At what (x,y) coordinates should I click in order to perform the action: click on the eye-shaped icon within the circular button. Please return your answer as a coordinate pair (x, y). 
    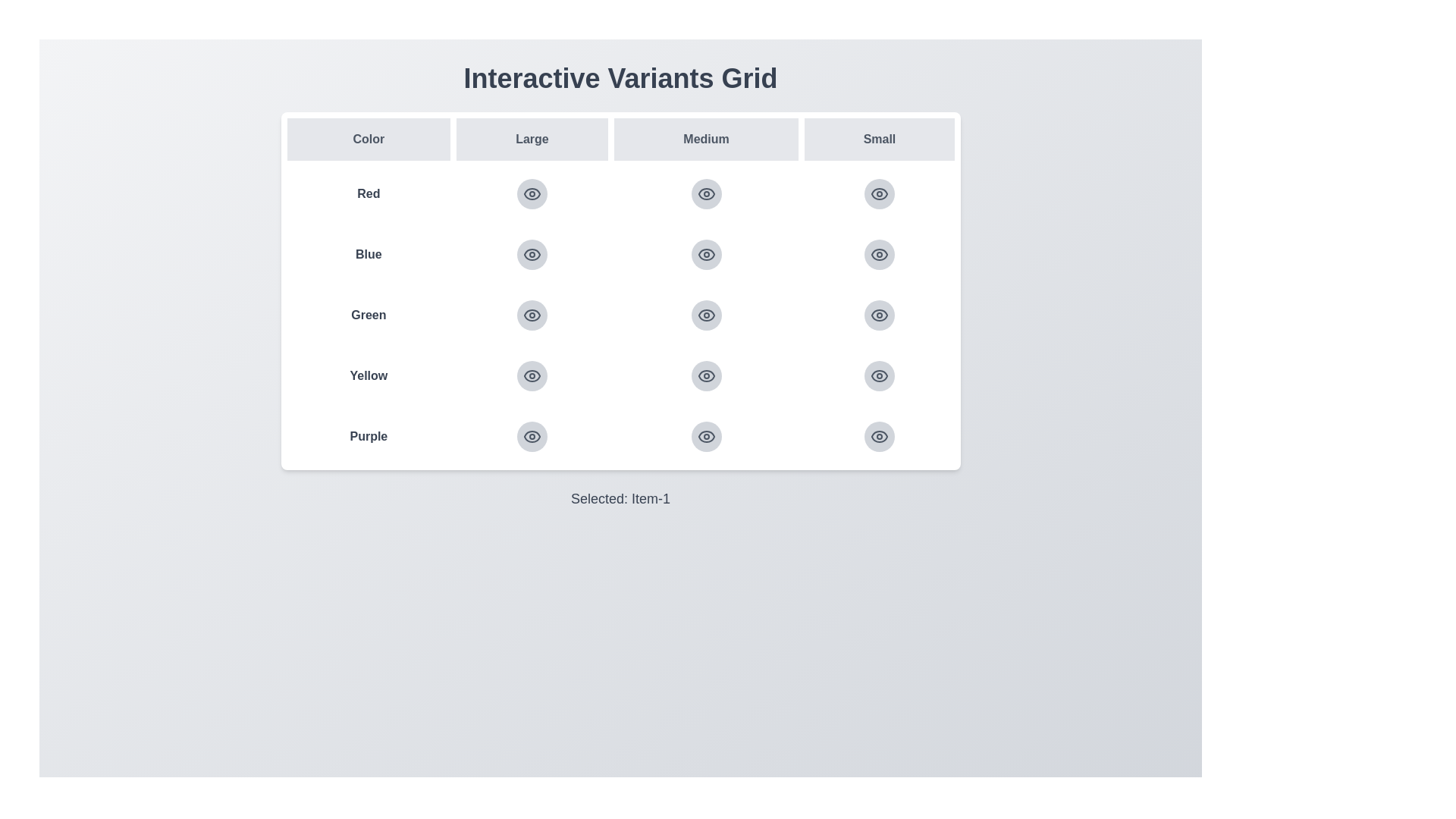
    Looking at the image, I should click on (532, 193).